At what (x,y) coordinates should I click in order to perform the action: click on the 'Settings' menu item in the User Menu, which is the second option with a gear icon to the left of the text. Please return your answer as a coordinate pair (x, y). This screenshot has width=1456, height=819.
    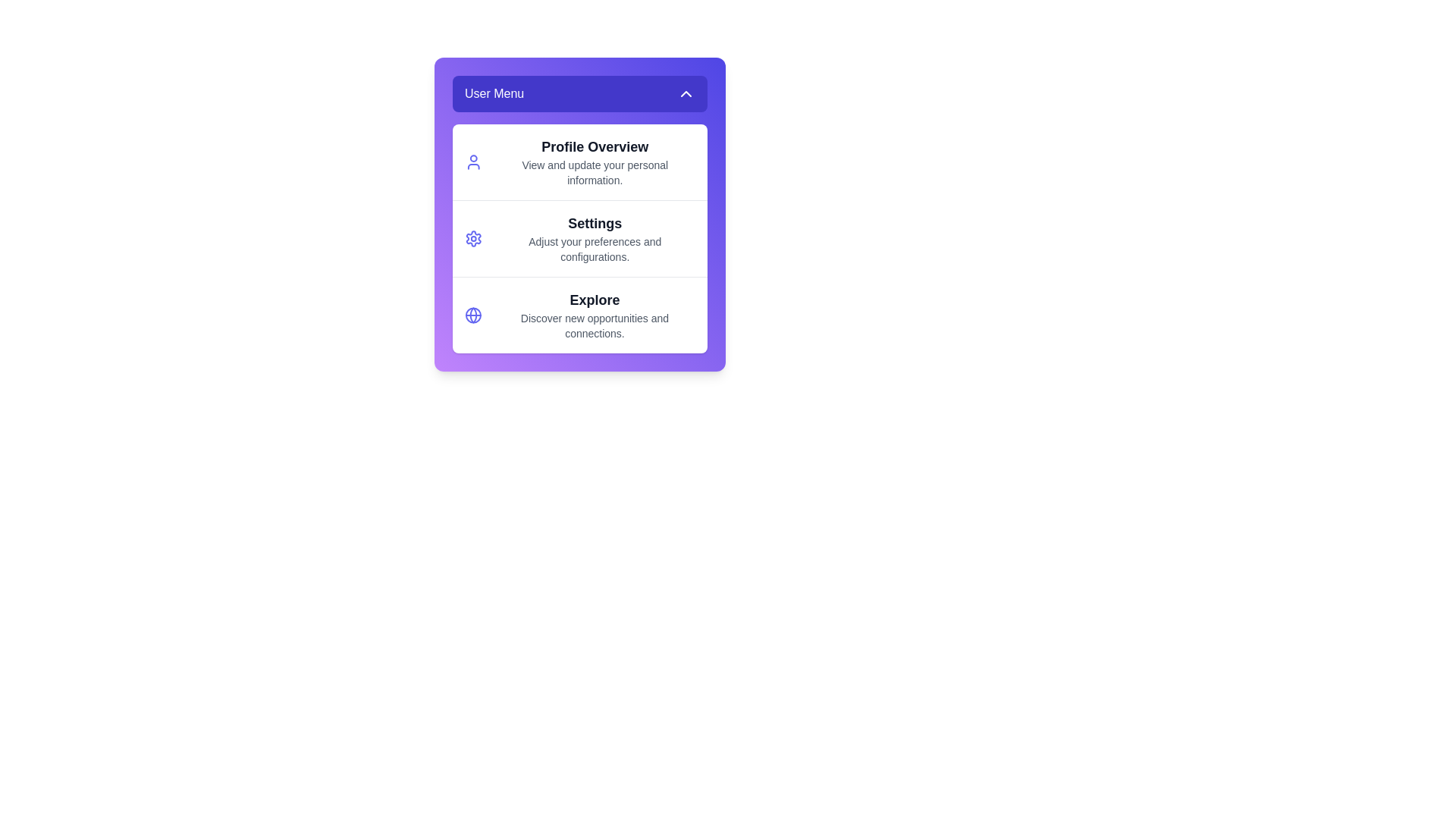
    Looking at the image, I should click on (594, 239).